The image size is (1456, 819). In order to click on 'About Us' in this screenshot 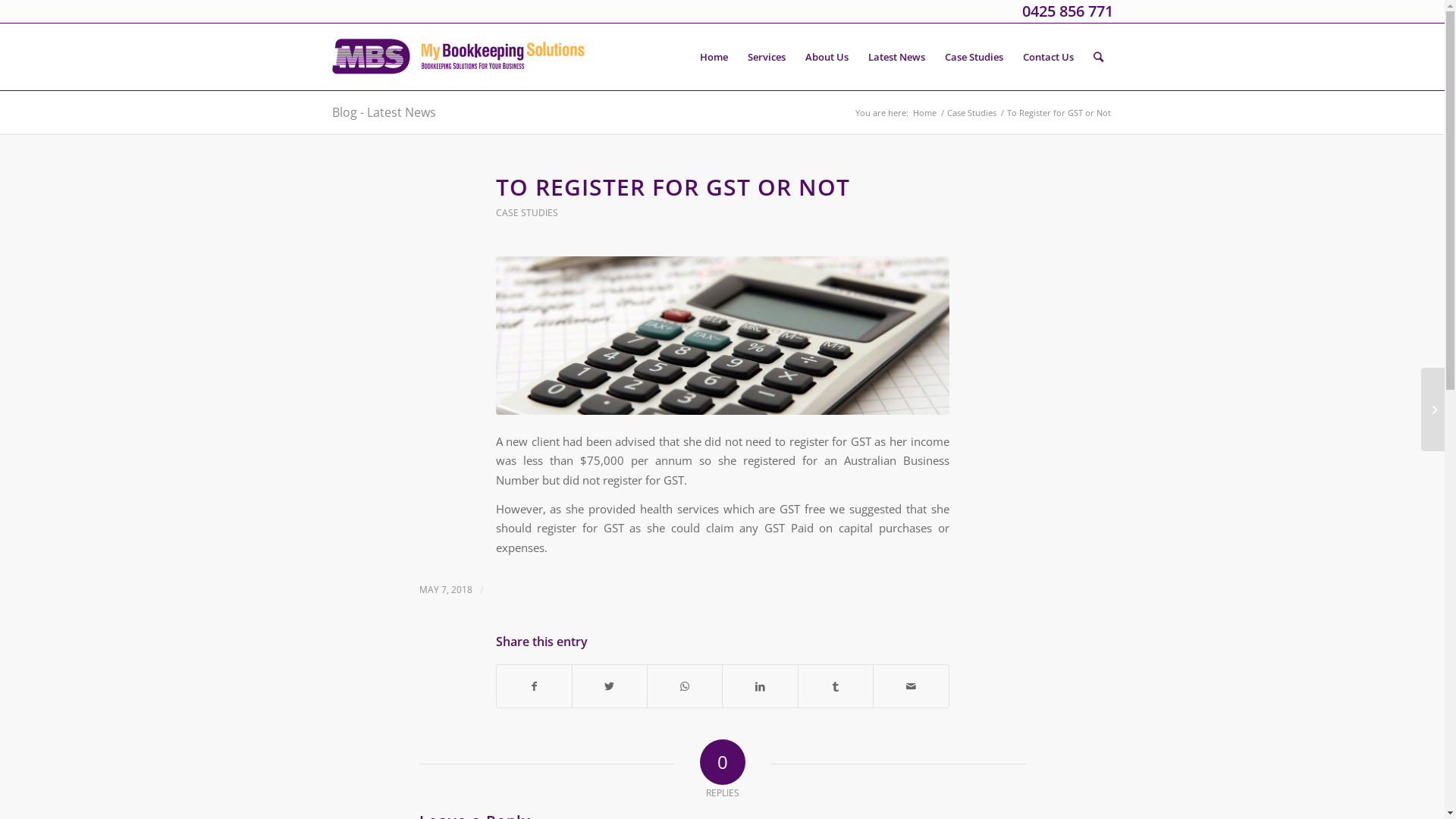, I will do `click(825, 55)`.